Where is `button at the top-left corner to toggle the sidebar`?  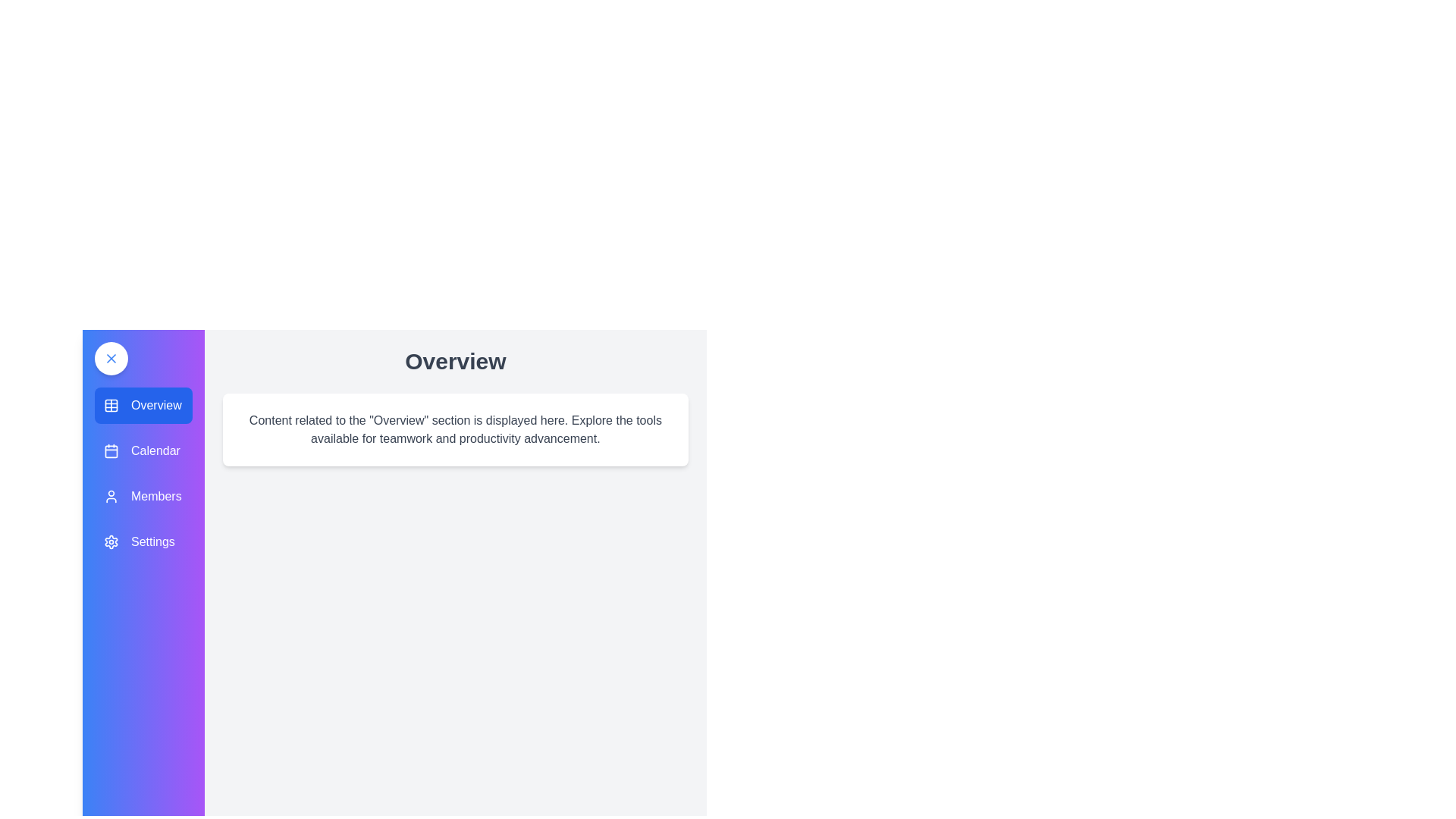
button at the top-left corner to toggle the sidebar is located at coordinates (111, 359).